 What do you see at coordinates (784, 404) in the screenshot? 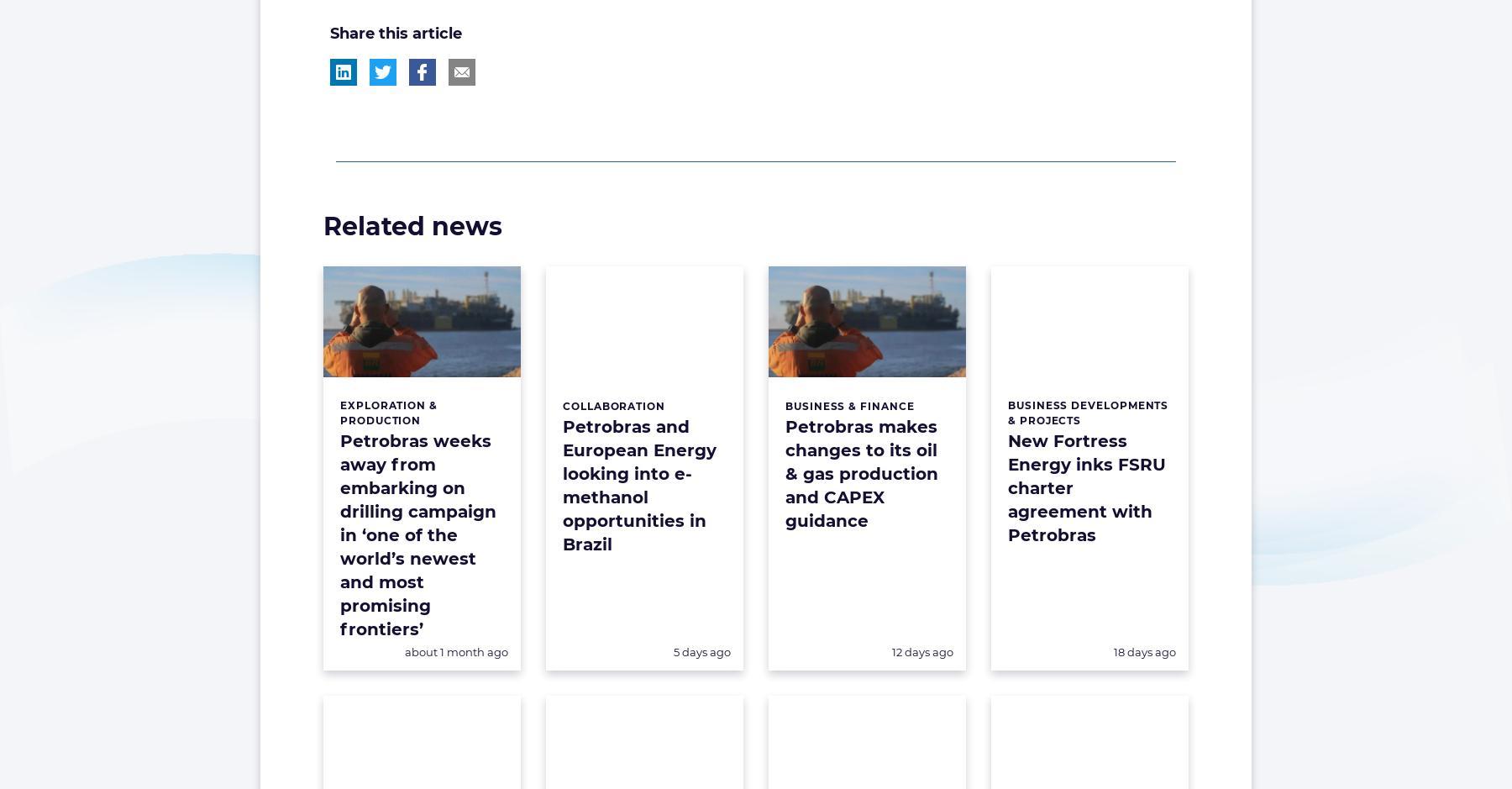
I see `'Business & Finance'` at bounding box center [784, 404].